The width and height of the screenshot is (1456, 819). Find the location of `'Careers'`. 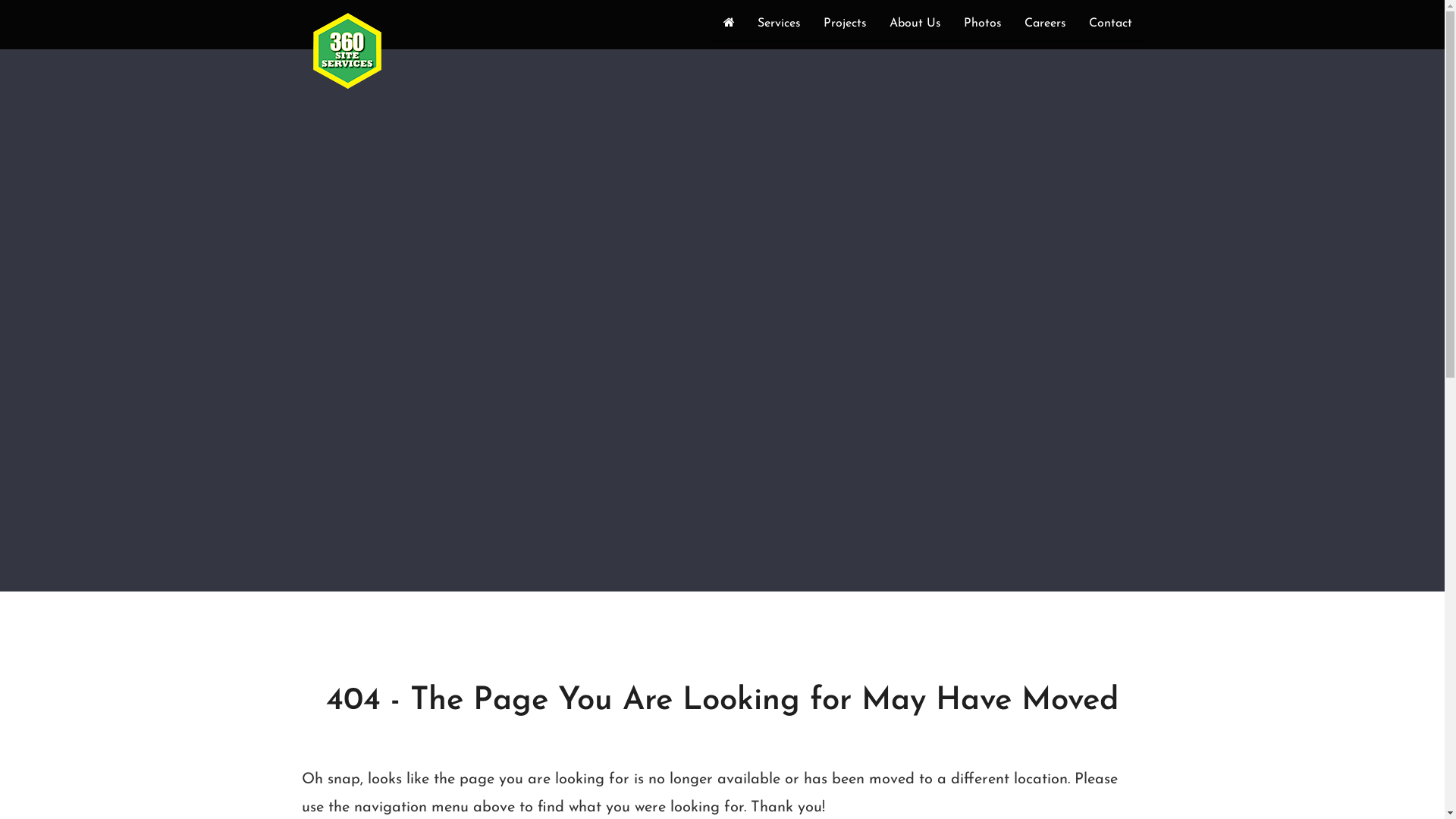

'Careers' is located at coordinates (1044, 25).